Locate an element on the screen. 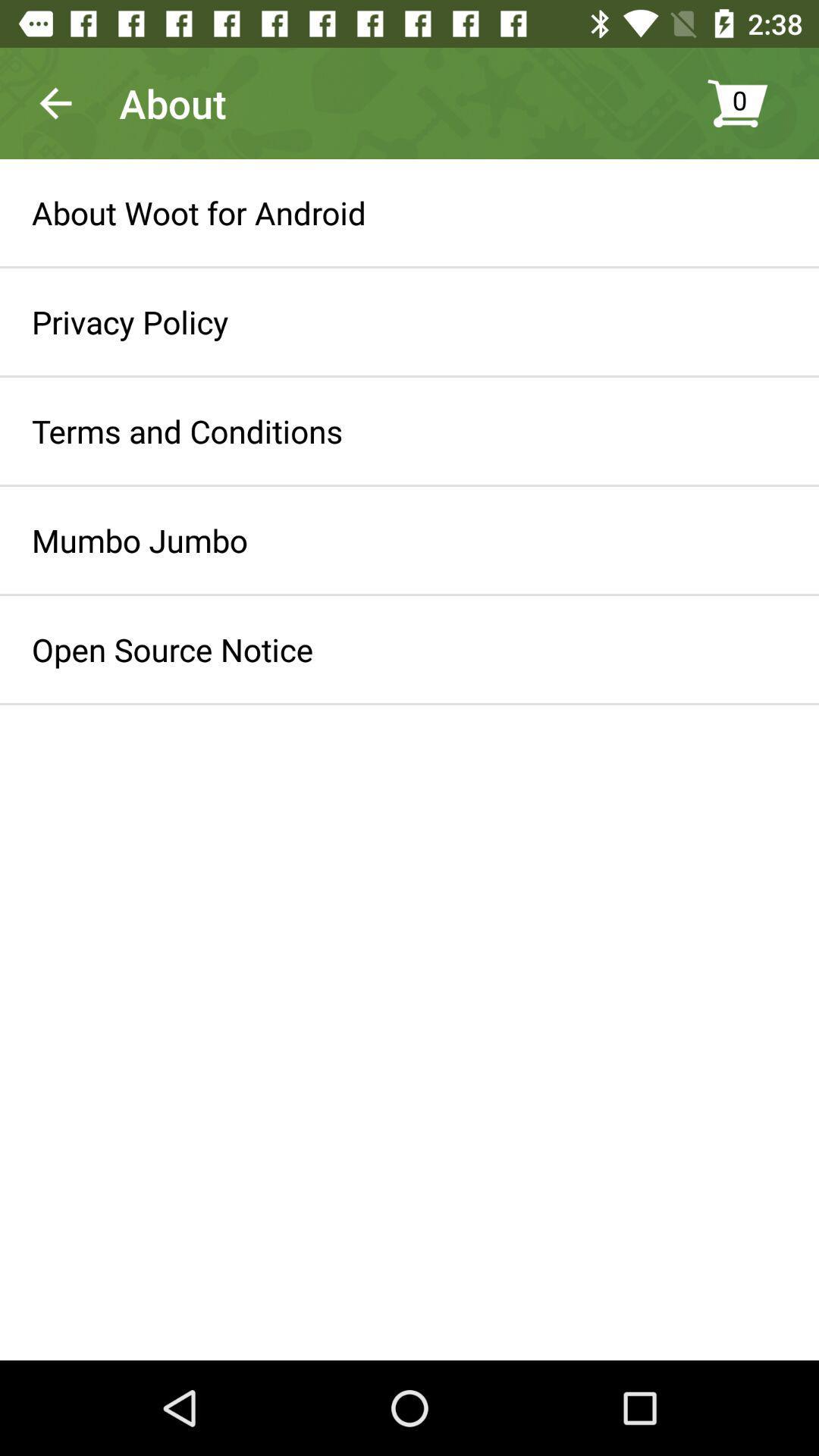  app next to the about app is located at coordinates (55, 102).